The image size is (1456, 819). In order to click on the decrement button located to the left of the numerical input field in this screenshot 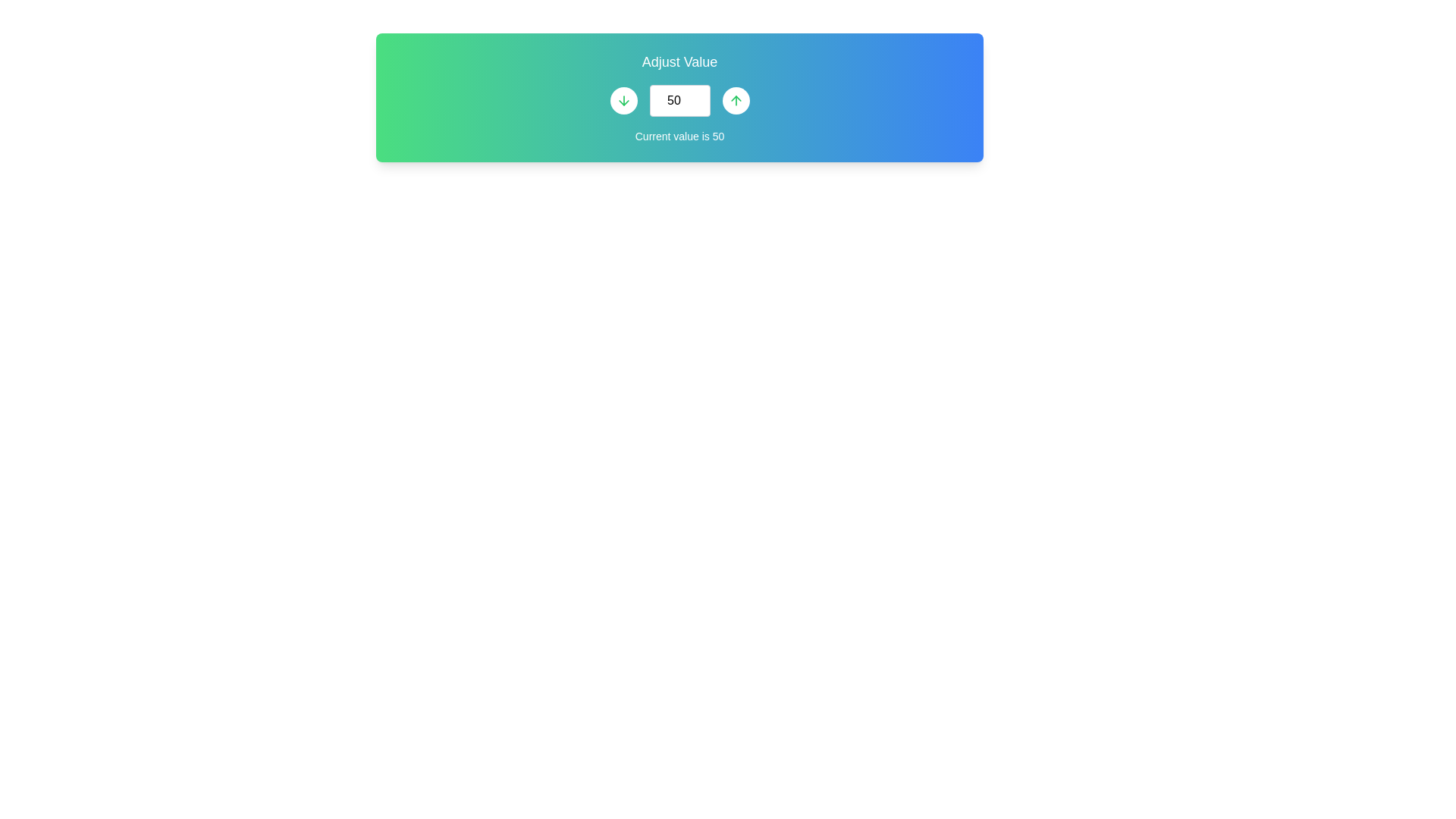, I will do `click(623, 100)`.